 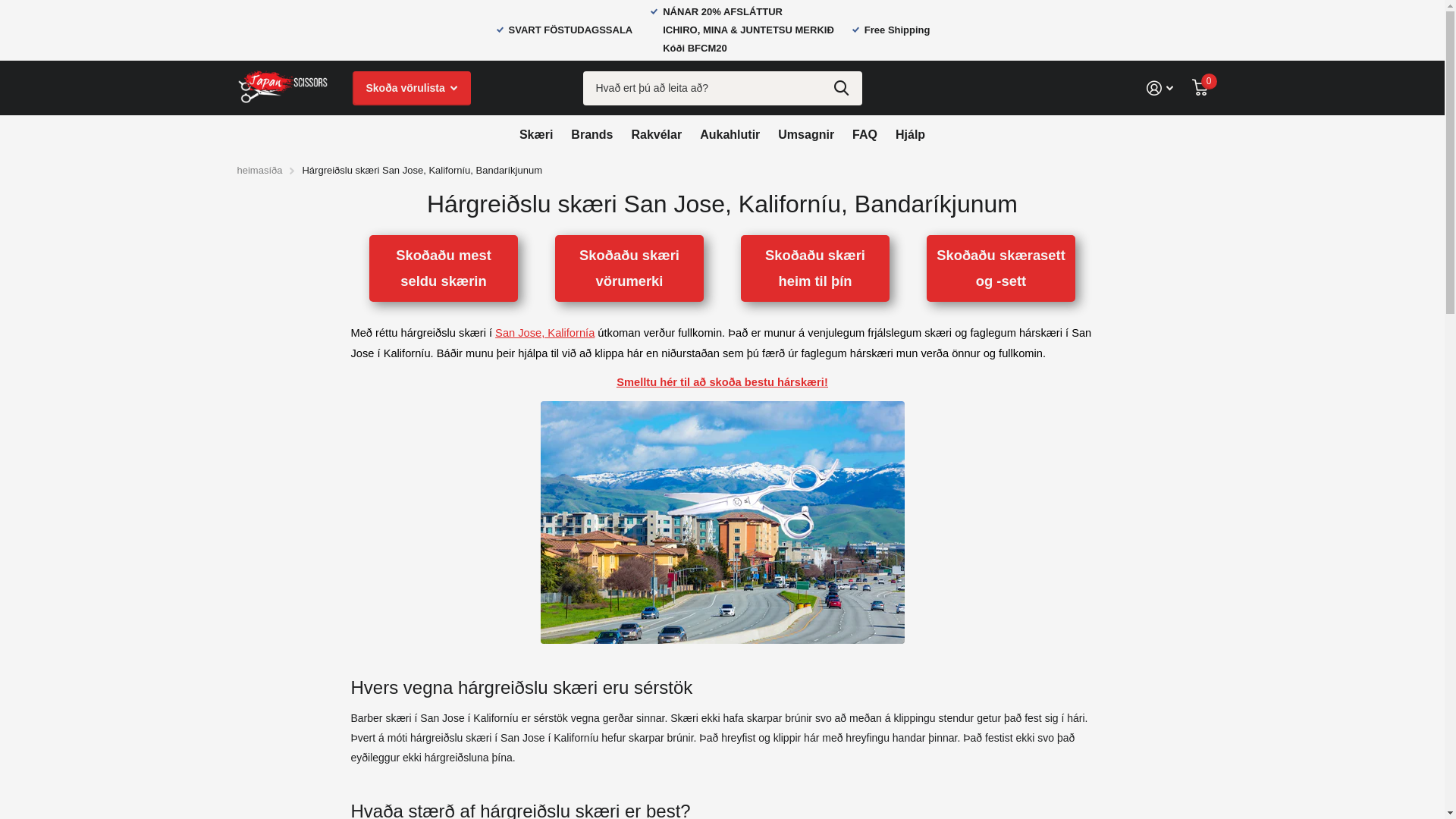 I want to click on 'Umsagnir', so click(x=805, y=133).